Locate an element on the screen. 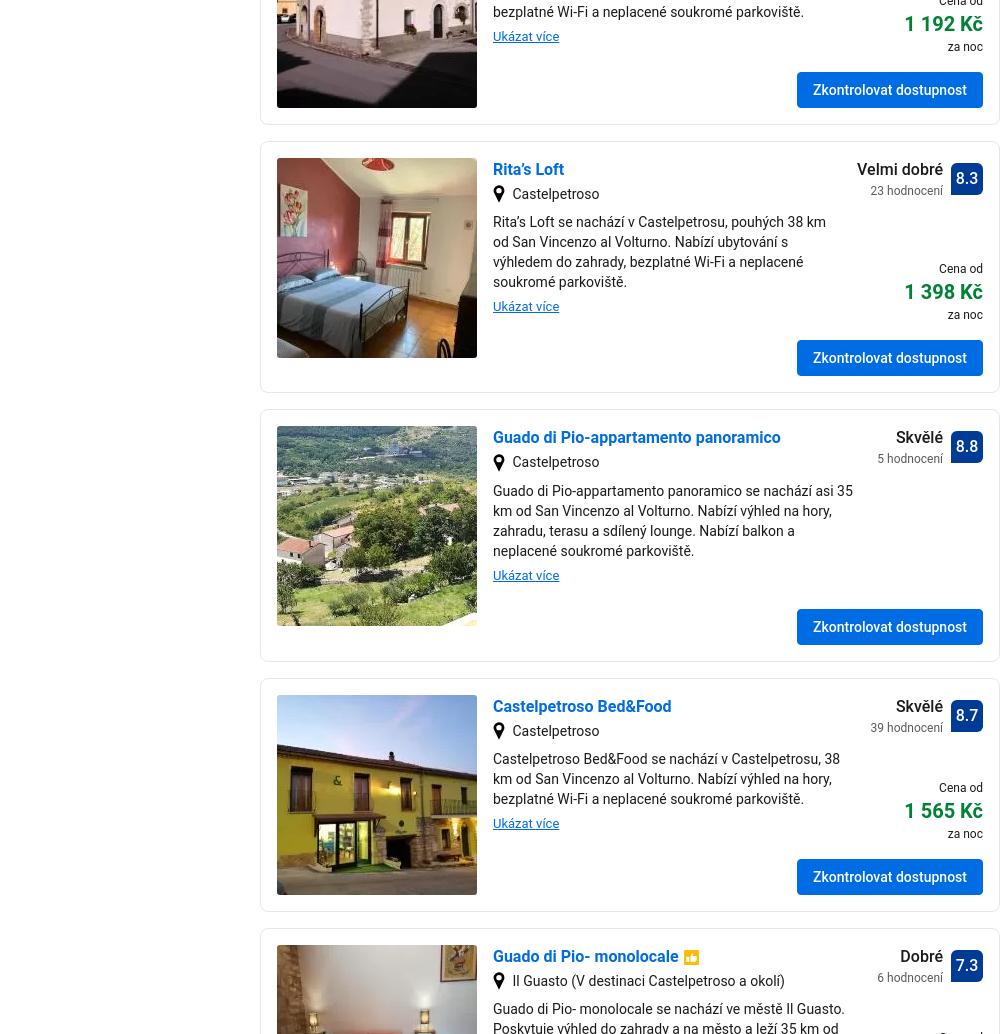 The width and height of the screenshot is (1000, 1034). 'Guado di Pio-appartamento panoramico' is located at coordinates (636, 436).